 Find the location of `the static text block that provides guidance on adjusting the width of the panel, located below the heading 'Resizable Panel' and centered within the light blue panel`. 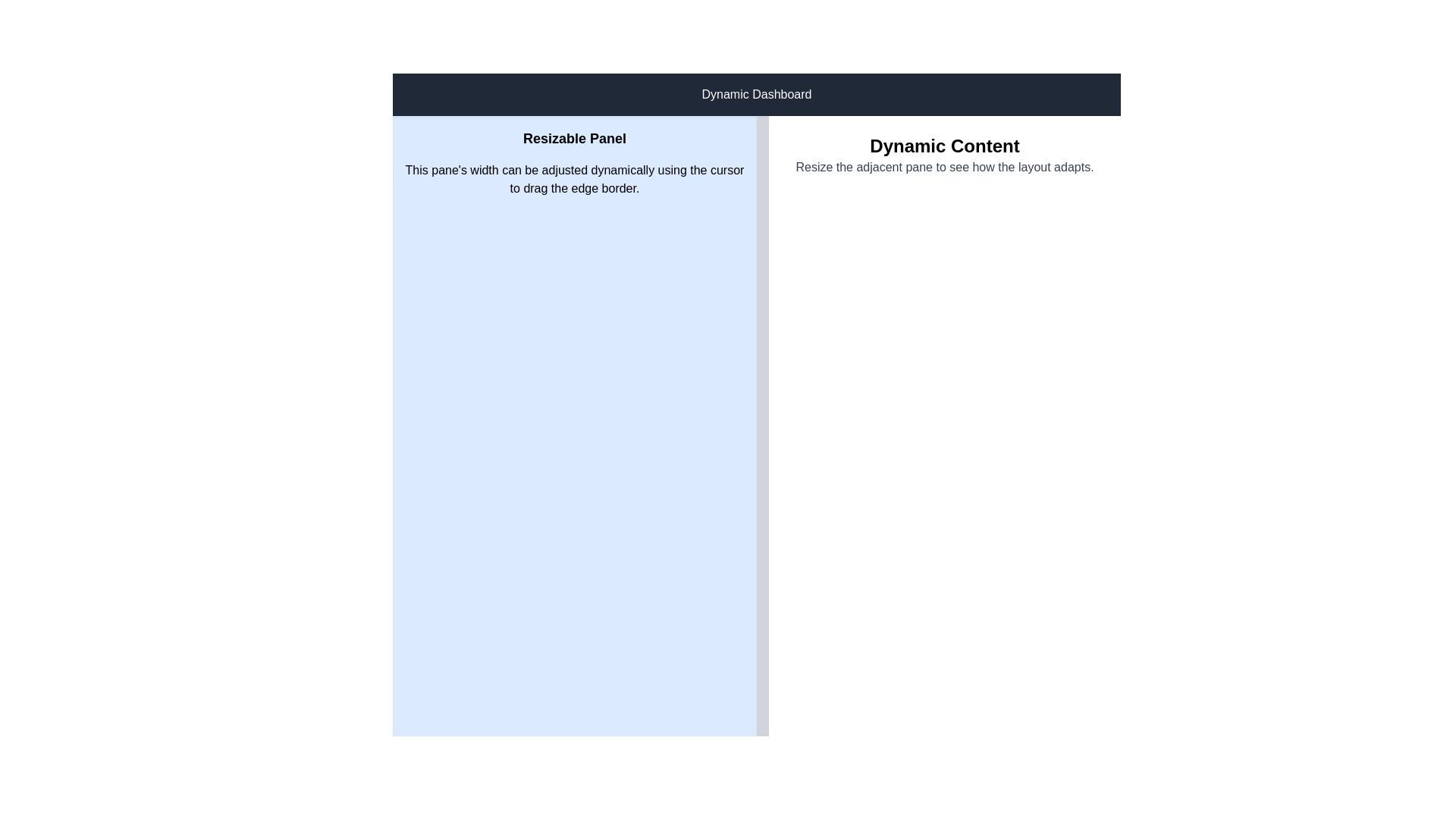

the static text block that provides guidance on adjusting the width of the panel, located below the heading 'Resizable Panel' and centered within the light blue panel is located at coordinates (574, 178).